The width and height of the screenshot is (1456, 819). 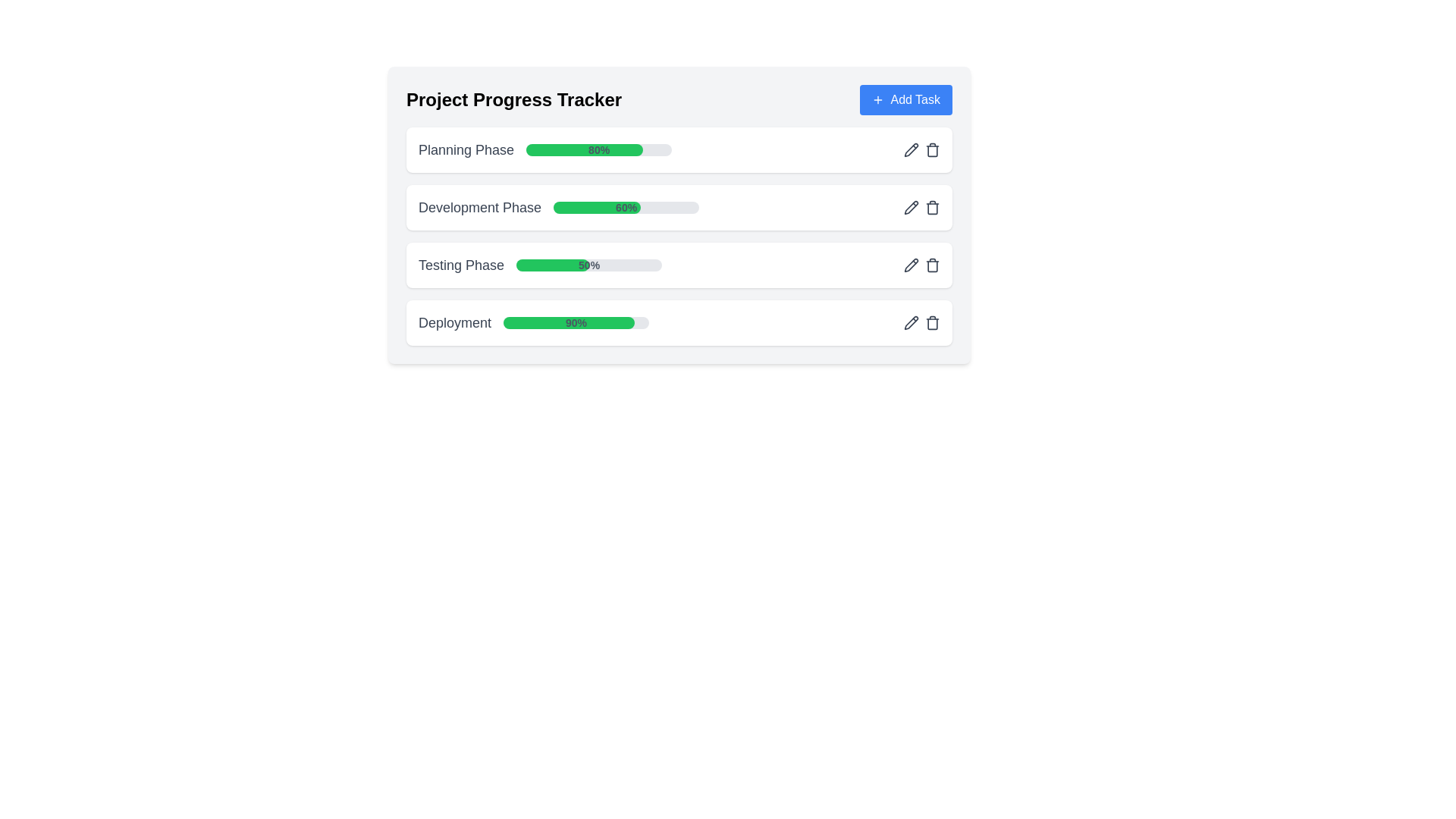 I want to click on the edit icon resembling a pencil in the right column of the 'Planning Phase' row to initiate edit mode, so click(x=910, y=149).